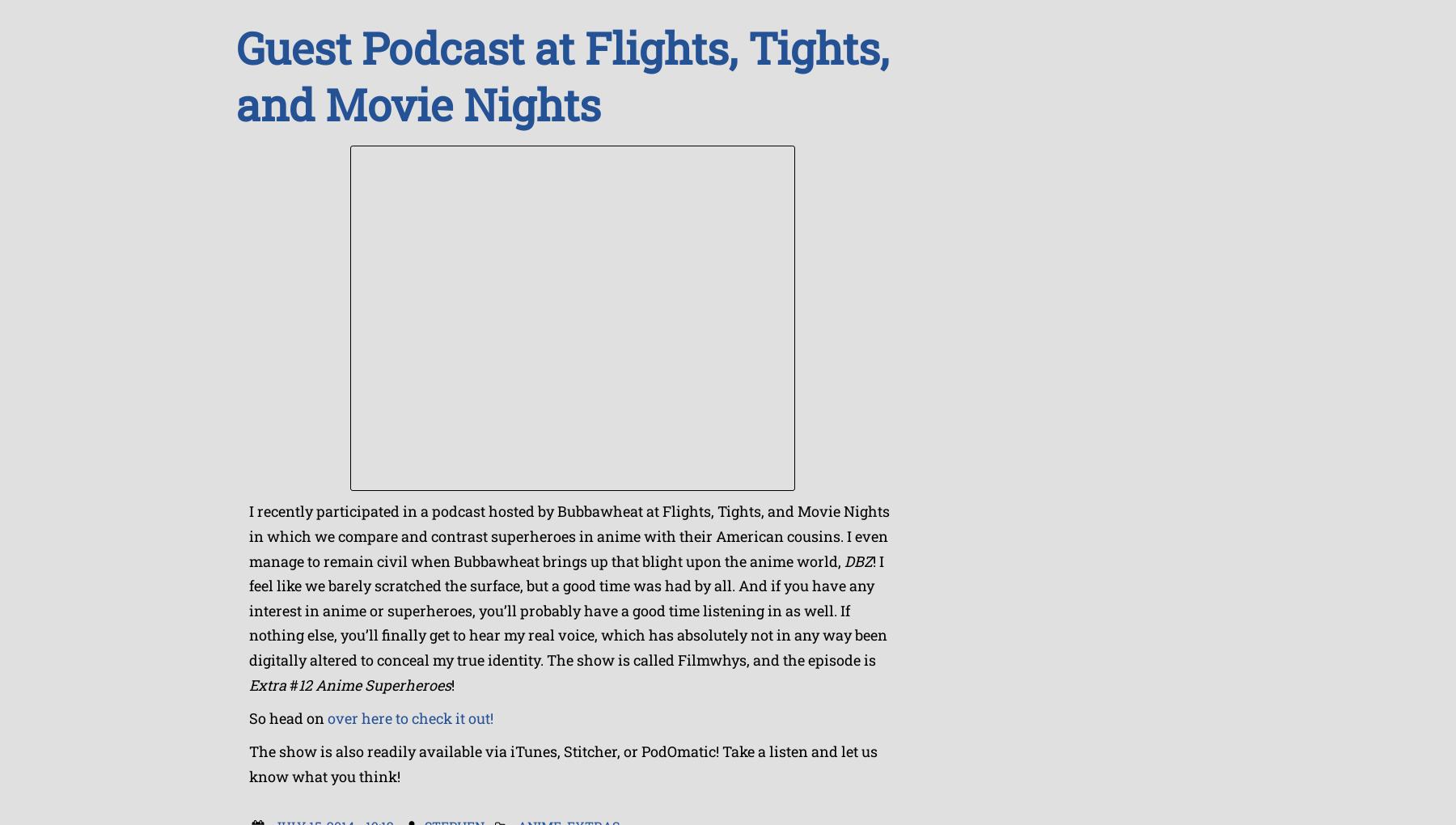 The image size is (1456, 825). What do you see at coordinates (294, 683) in the screenshot?
I see `'#'` at bounding box center [294, 683].